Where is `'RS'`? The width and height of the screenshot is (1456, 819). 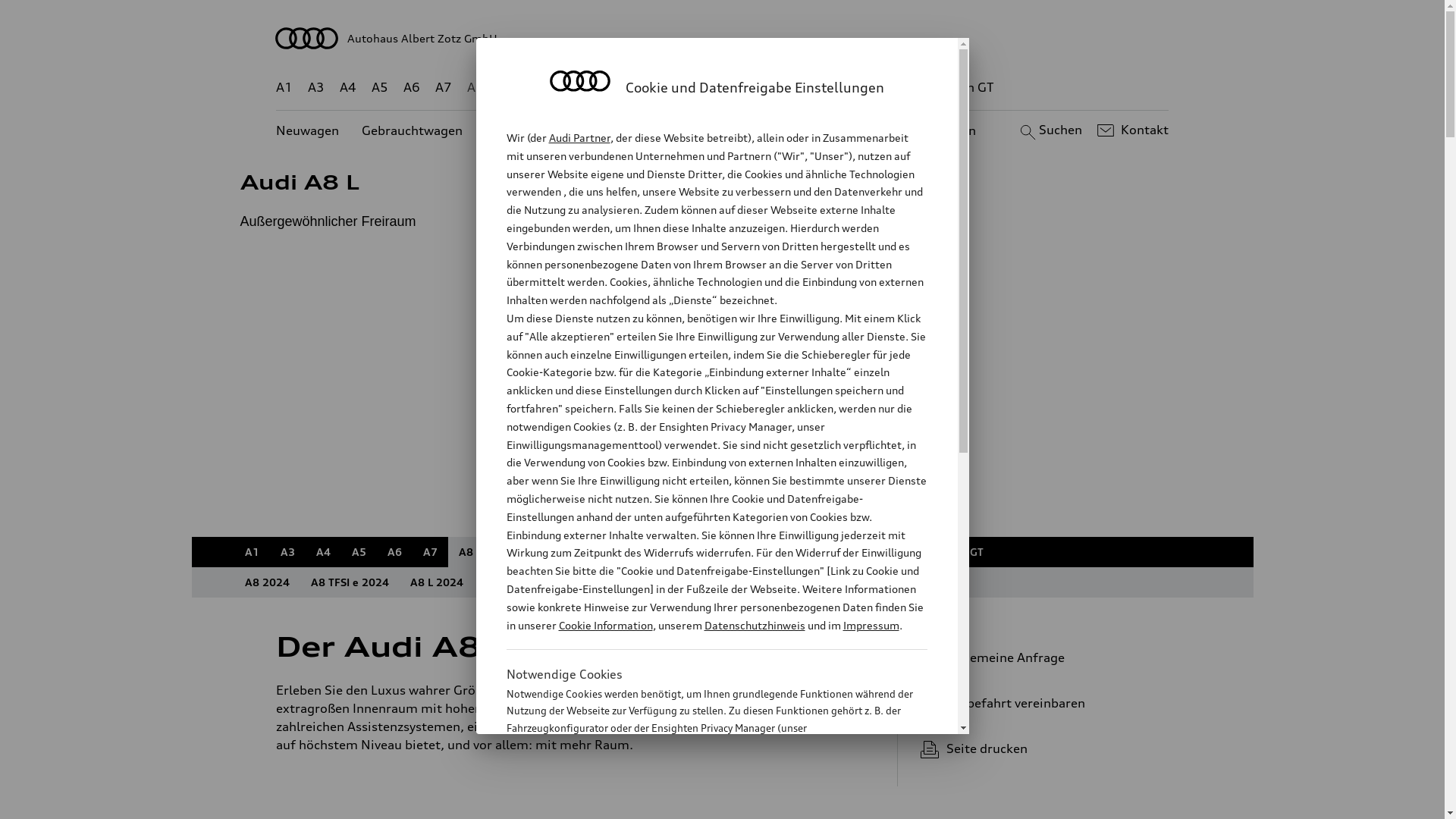
'RS' is located at coordinates (861, 87).